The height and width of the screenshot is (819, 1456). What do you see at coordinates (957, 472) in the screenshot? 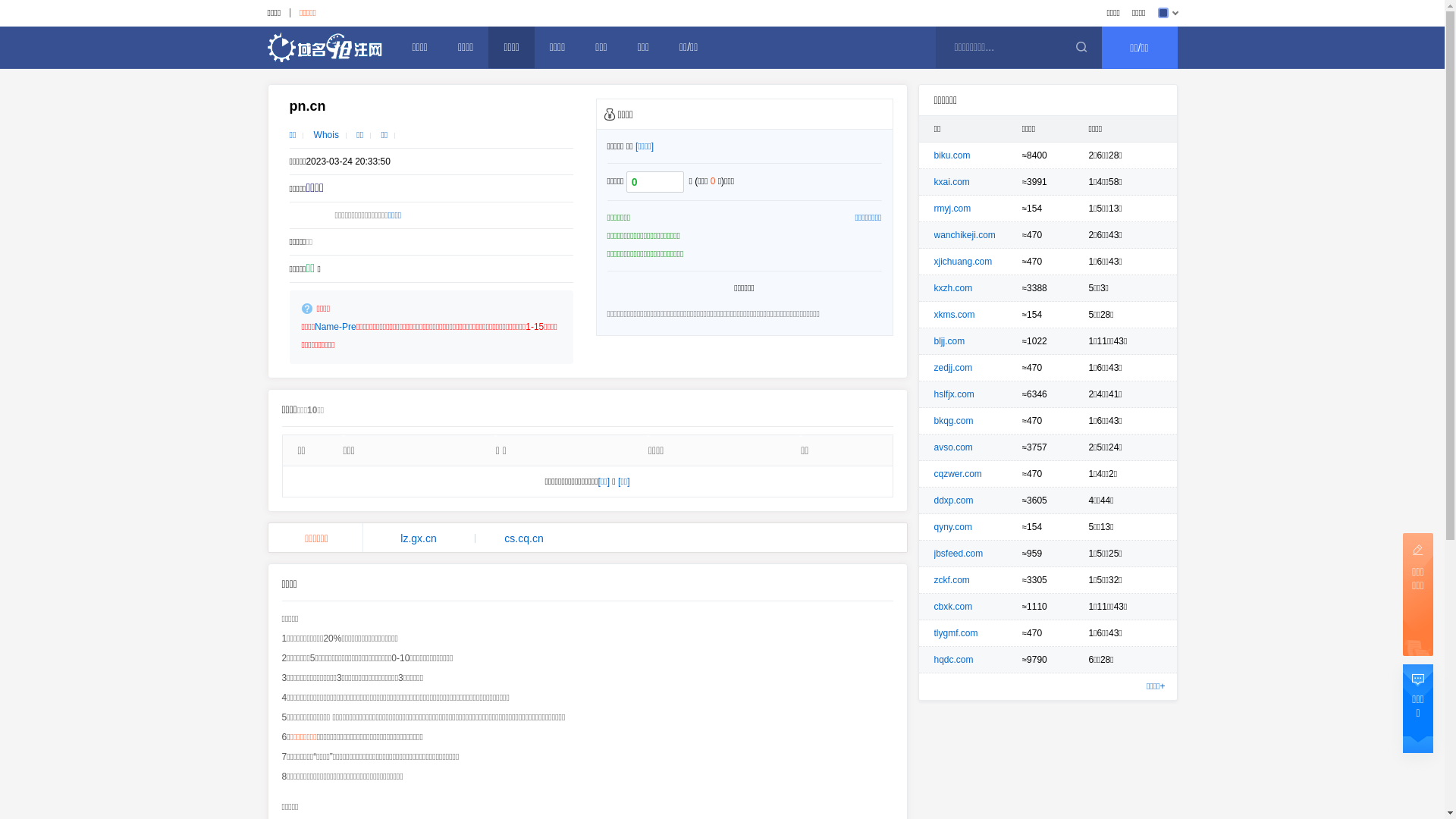
I see `'cqzwer.com'` at bounding box center [957, 472].